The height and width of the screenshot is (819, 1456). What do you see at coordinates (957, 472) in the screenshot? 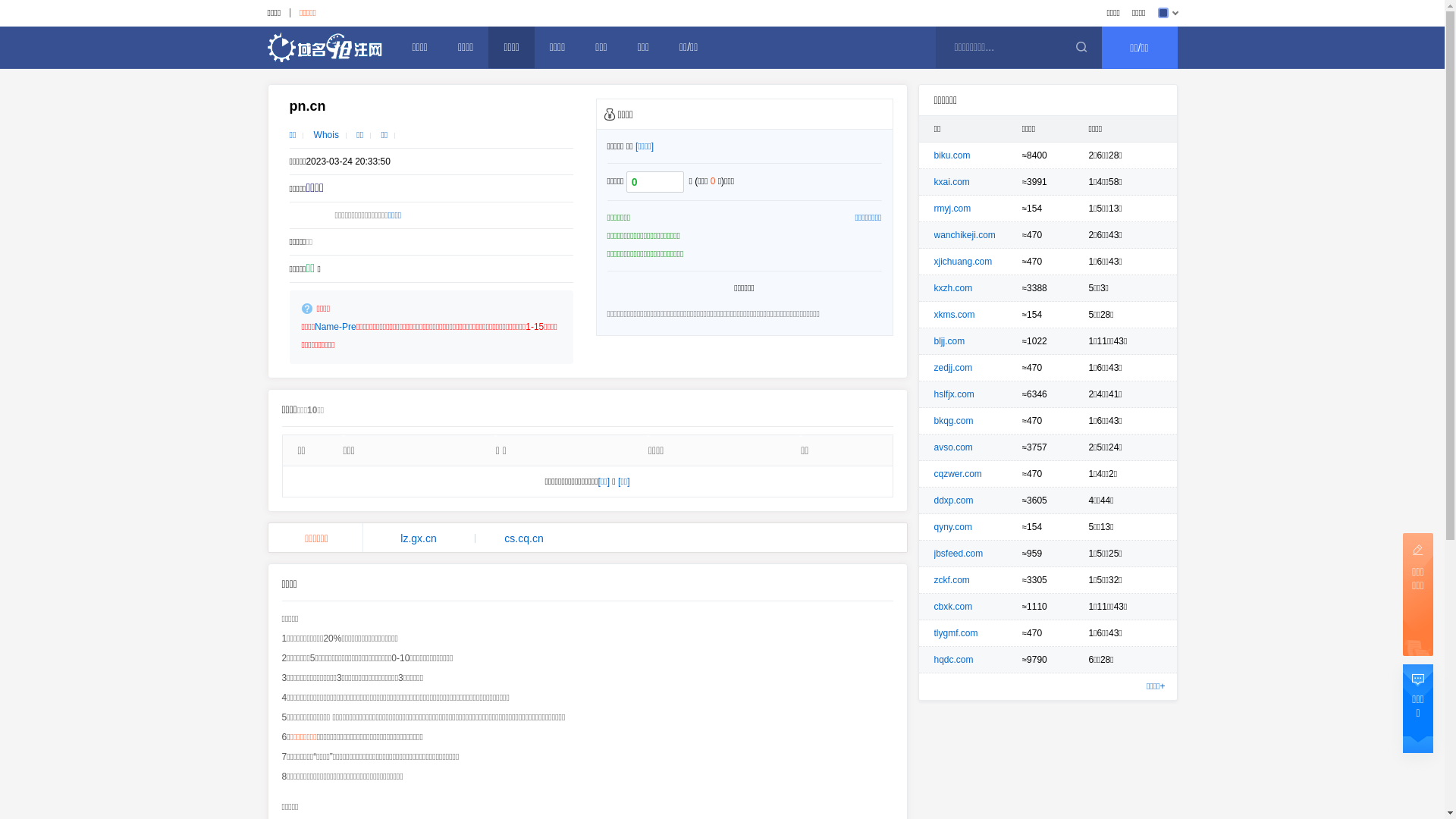
I see `'cqzwer.com'` at bounding box center [957, 472].